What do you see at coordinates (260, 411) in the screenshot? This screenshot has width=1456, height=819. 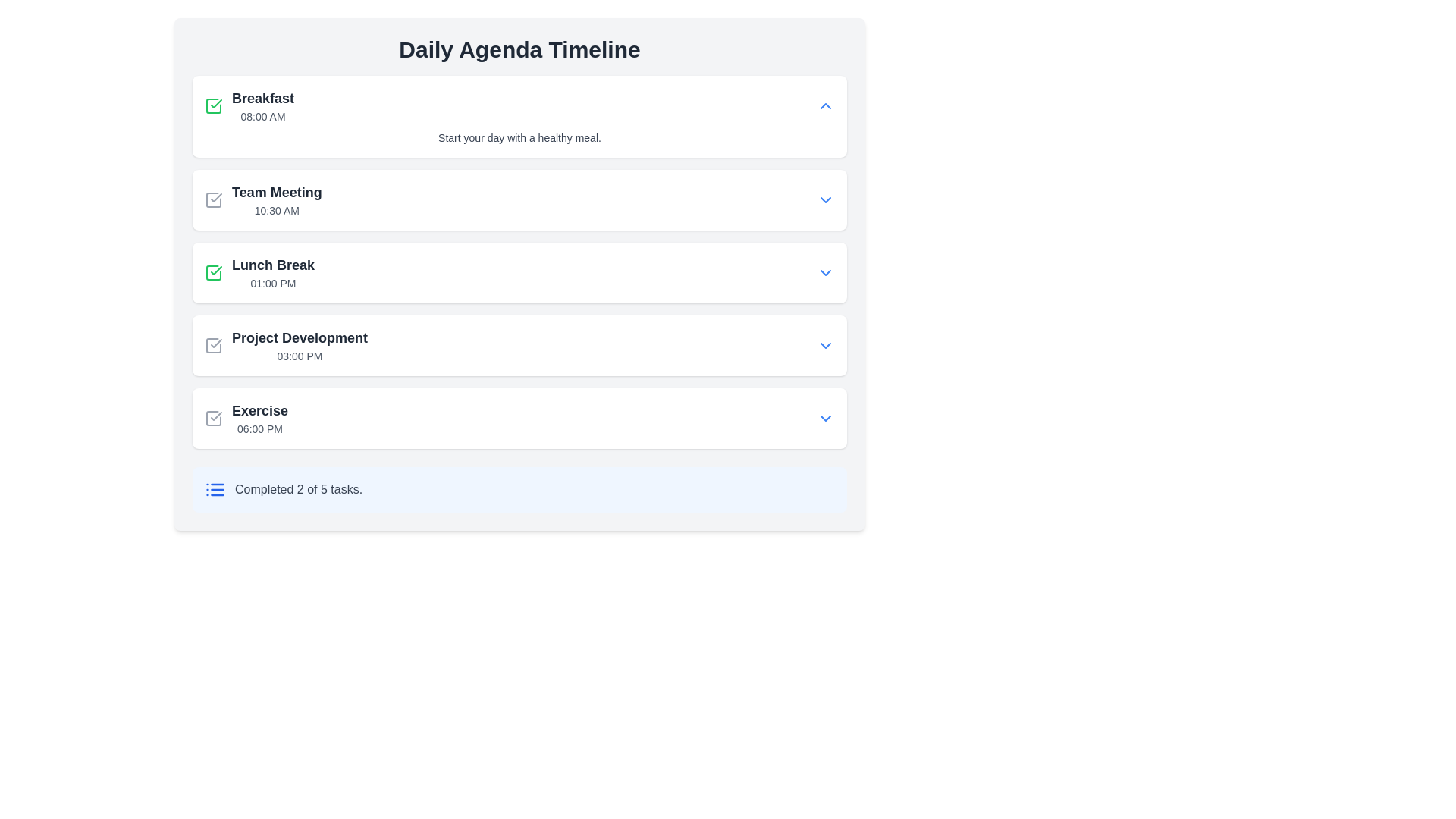 I see `bolded text element displaying 'Exercise' located at the bottom of the 'Daily Agenda Timeline' section titled '06:00 PM'` at bounding box center [260, 411].